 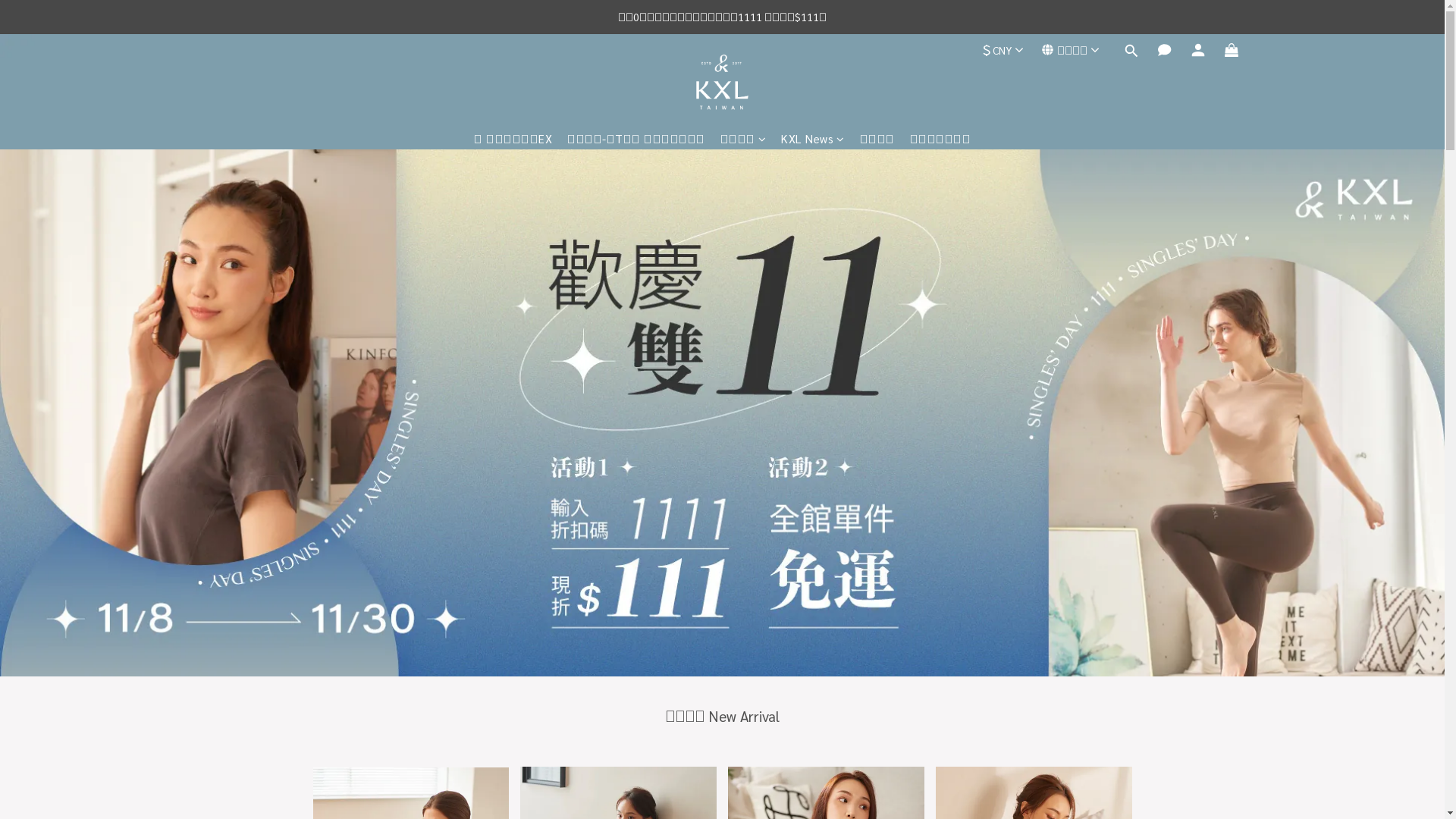 I want to click on 'KXL News', so click(x=811, y=138).